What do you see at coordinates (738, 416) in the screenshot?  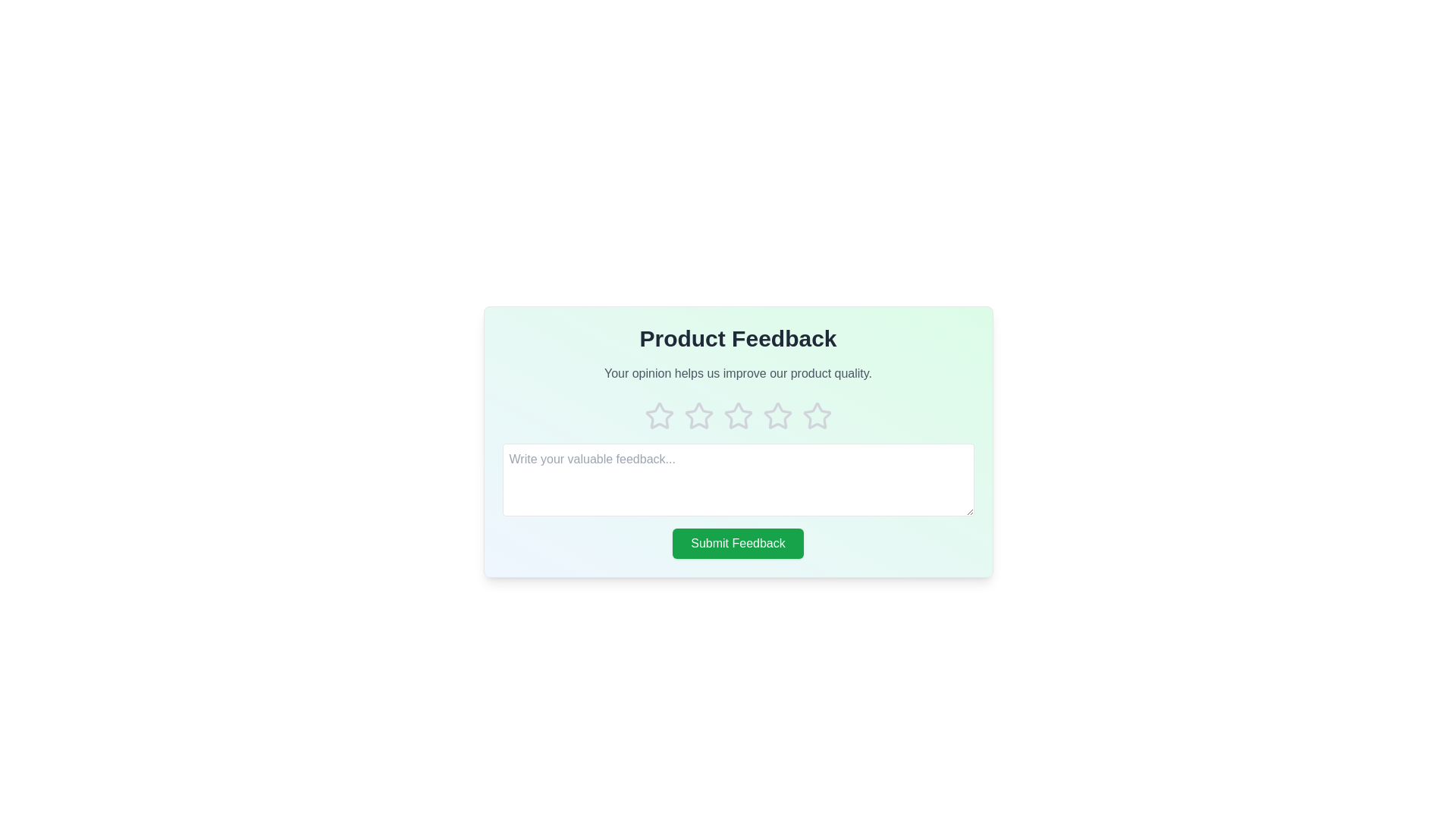 I see `the third star icon in the Rating star component` at bounding box center [738, 416].